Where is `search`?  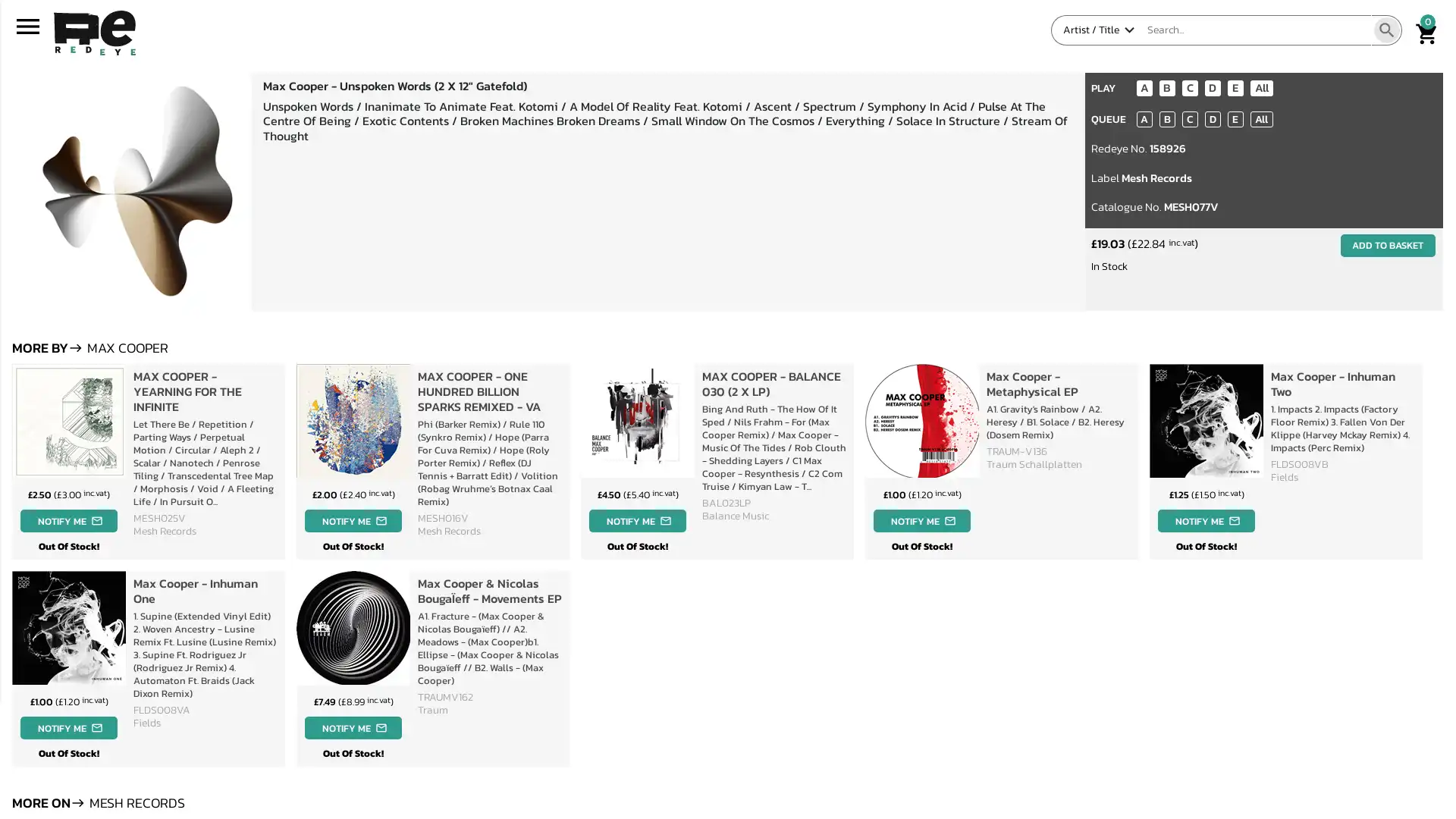
search is located at coordinates (1386, 30).